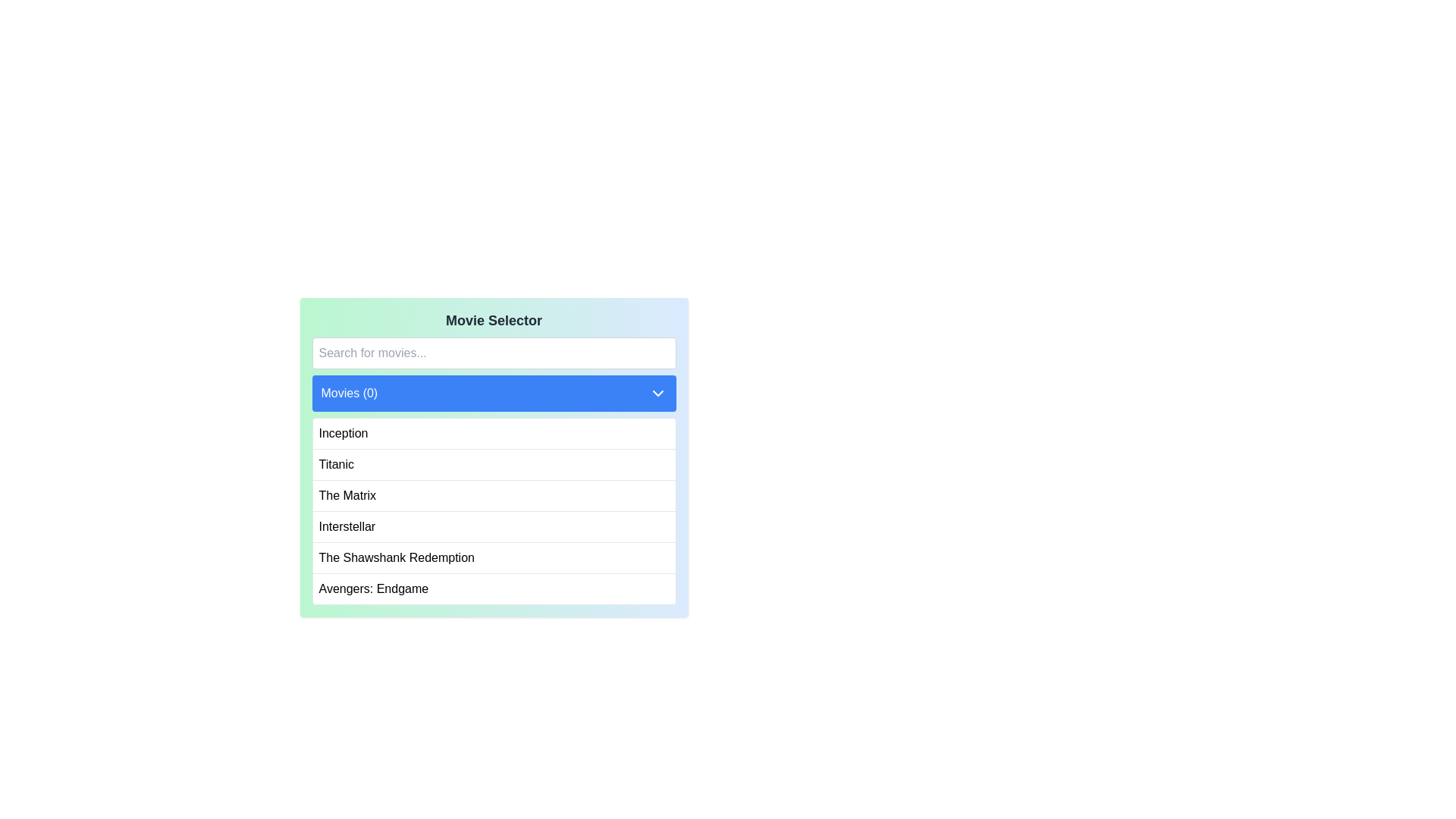  Describe the element at coordinates (342, 433) in the screenshot. I see `the text 'Inception'` at that location.